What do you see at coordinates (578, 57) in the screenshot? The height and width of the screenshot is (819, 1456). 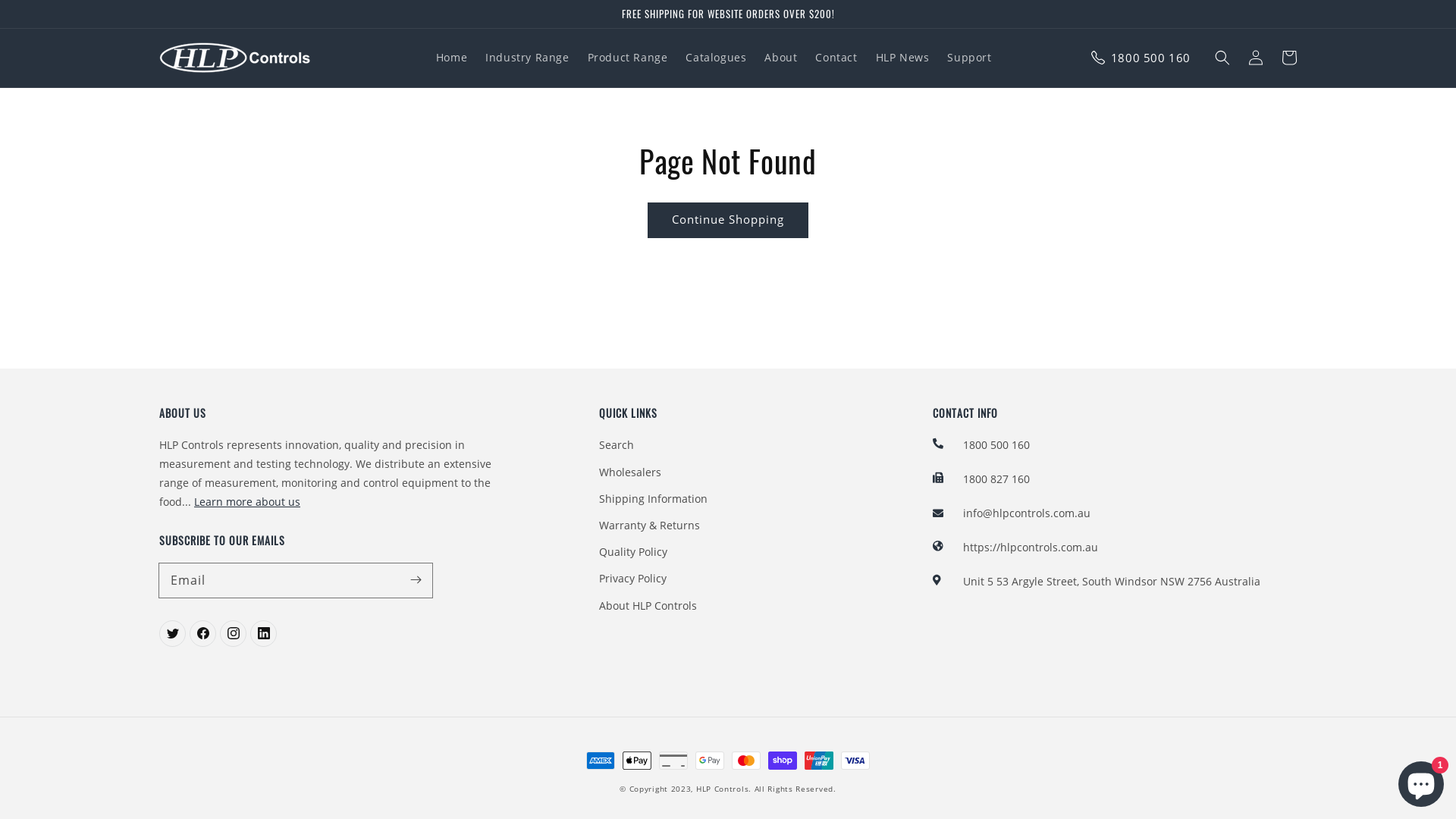 I see `'Product Range'` at bounding box center [578, 57].